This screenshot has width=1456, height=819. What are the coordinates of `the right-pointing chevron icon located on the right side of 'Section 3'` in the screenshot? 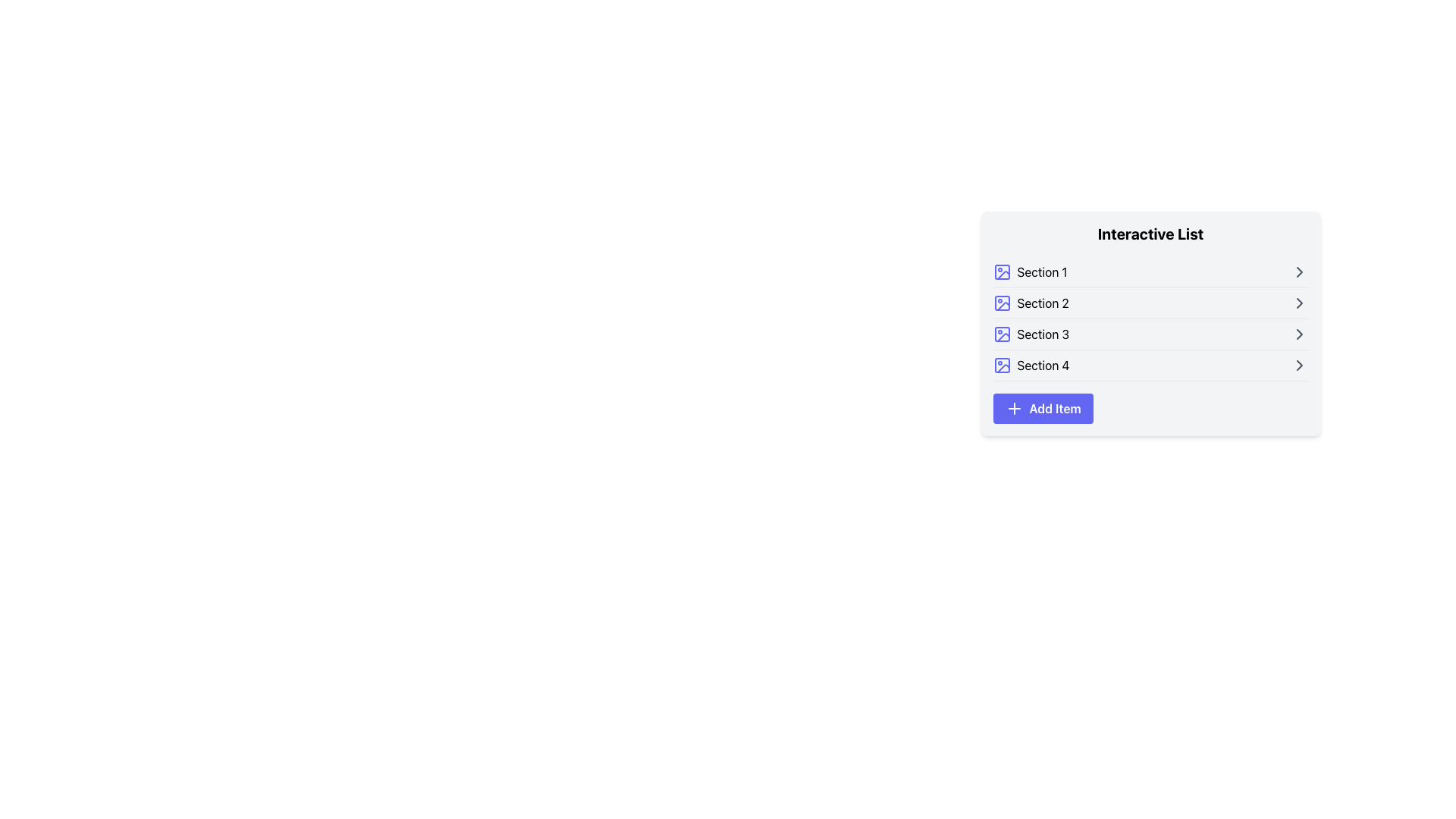 It's located at (1298, 333).